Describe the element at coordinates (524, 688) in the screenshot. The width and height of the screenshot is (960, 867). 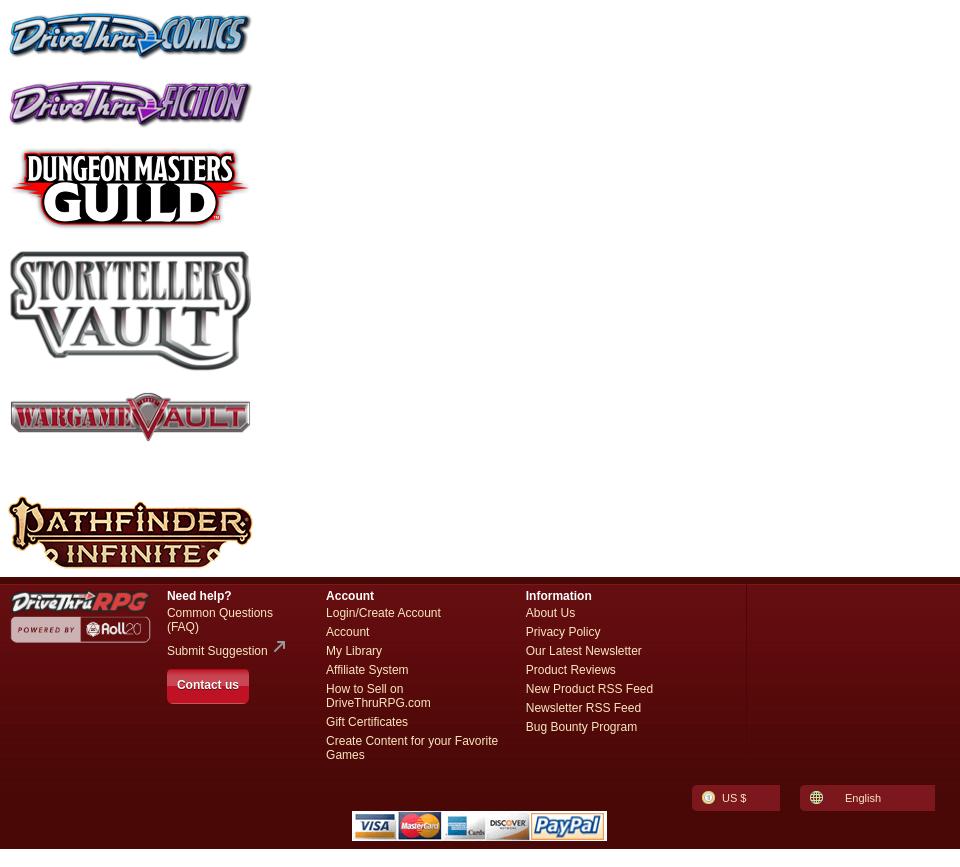
I see `'New Product RSS Feed'` at that location.